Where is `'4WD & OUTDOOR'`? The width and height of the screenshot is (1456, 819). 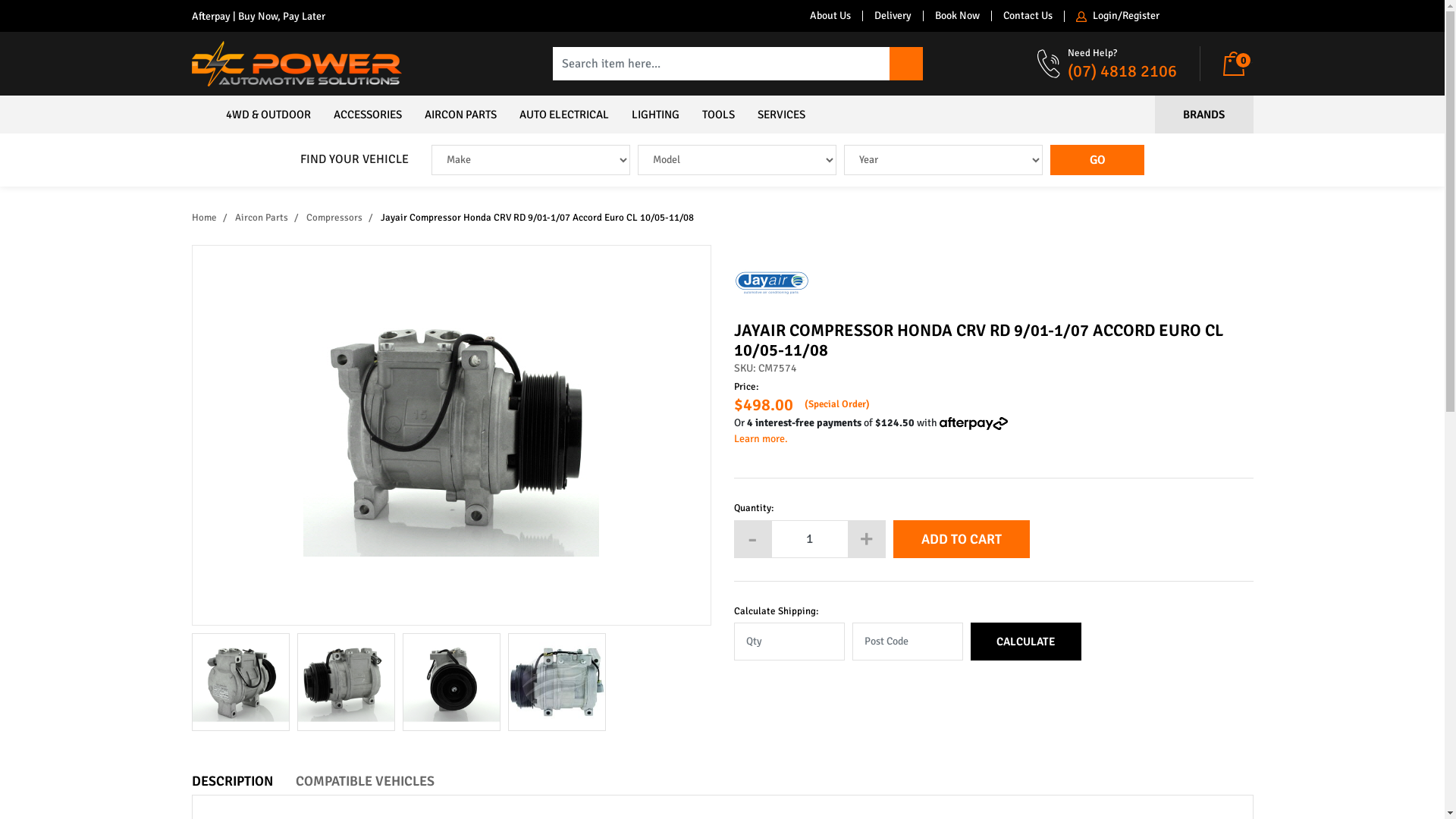
'4WD & OUTDOOR' is located at coordinates (268, 113).